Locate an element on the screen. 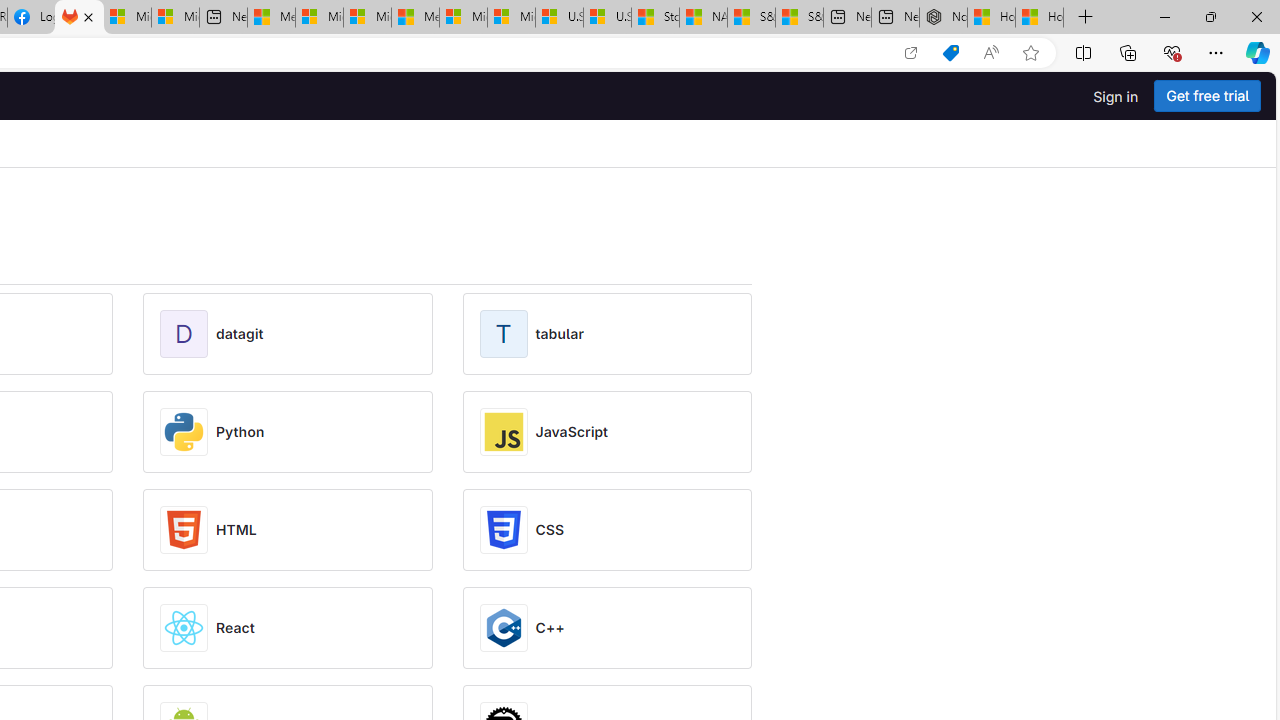  'datagit' is located at coordinates (240, 333).